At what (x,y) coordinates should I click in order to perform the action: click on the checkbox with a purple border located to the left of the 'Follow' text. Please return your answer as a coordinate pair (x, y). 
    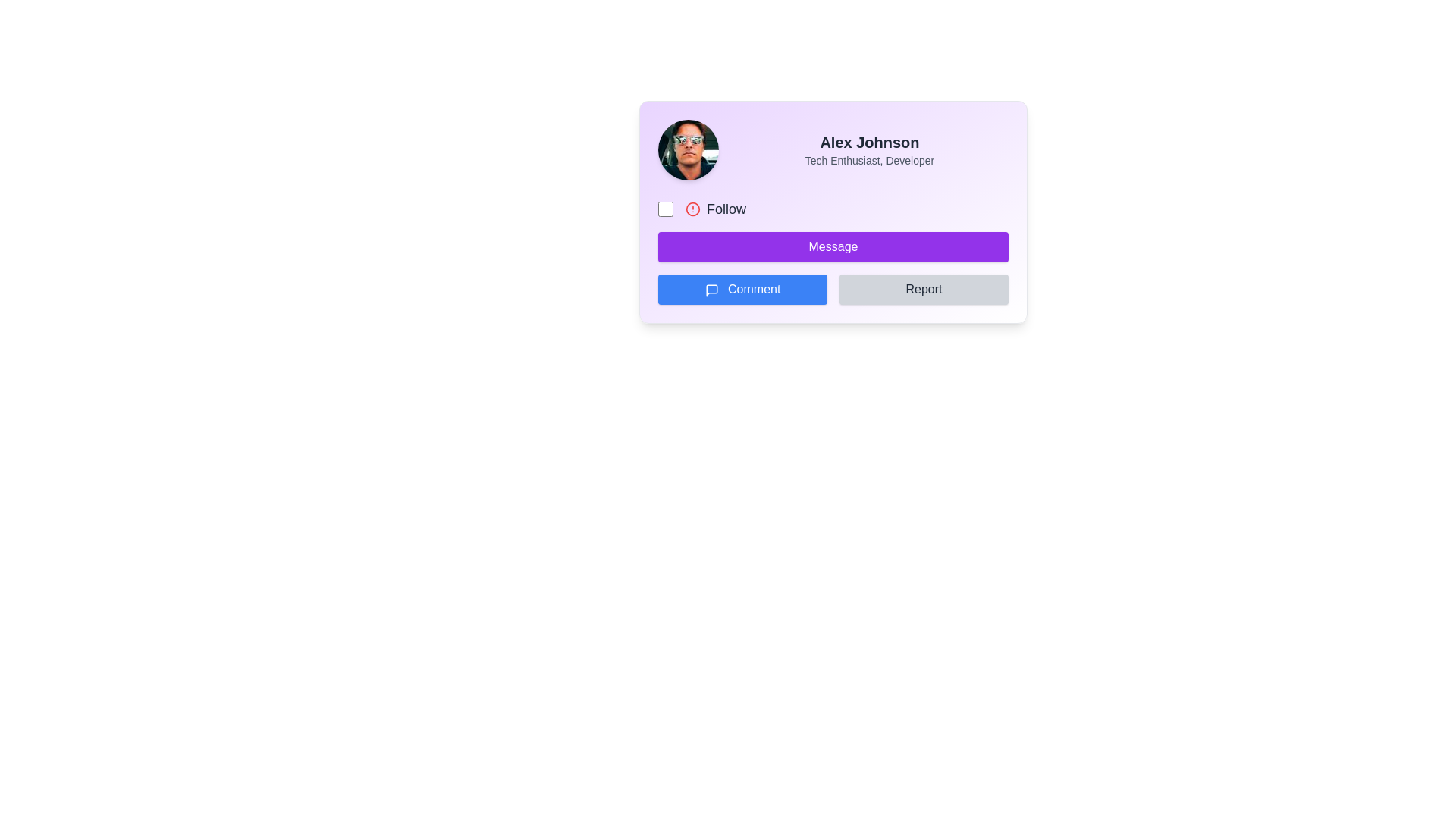
    Looking at the image, I should click on (666, 209).